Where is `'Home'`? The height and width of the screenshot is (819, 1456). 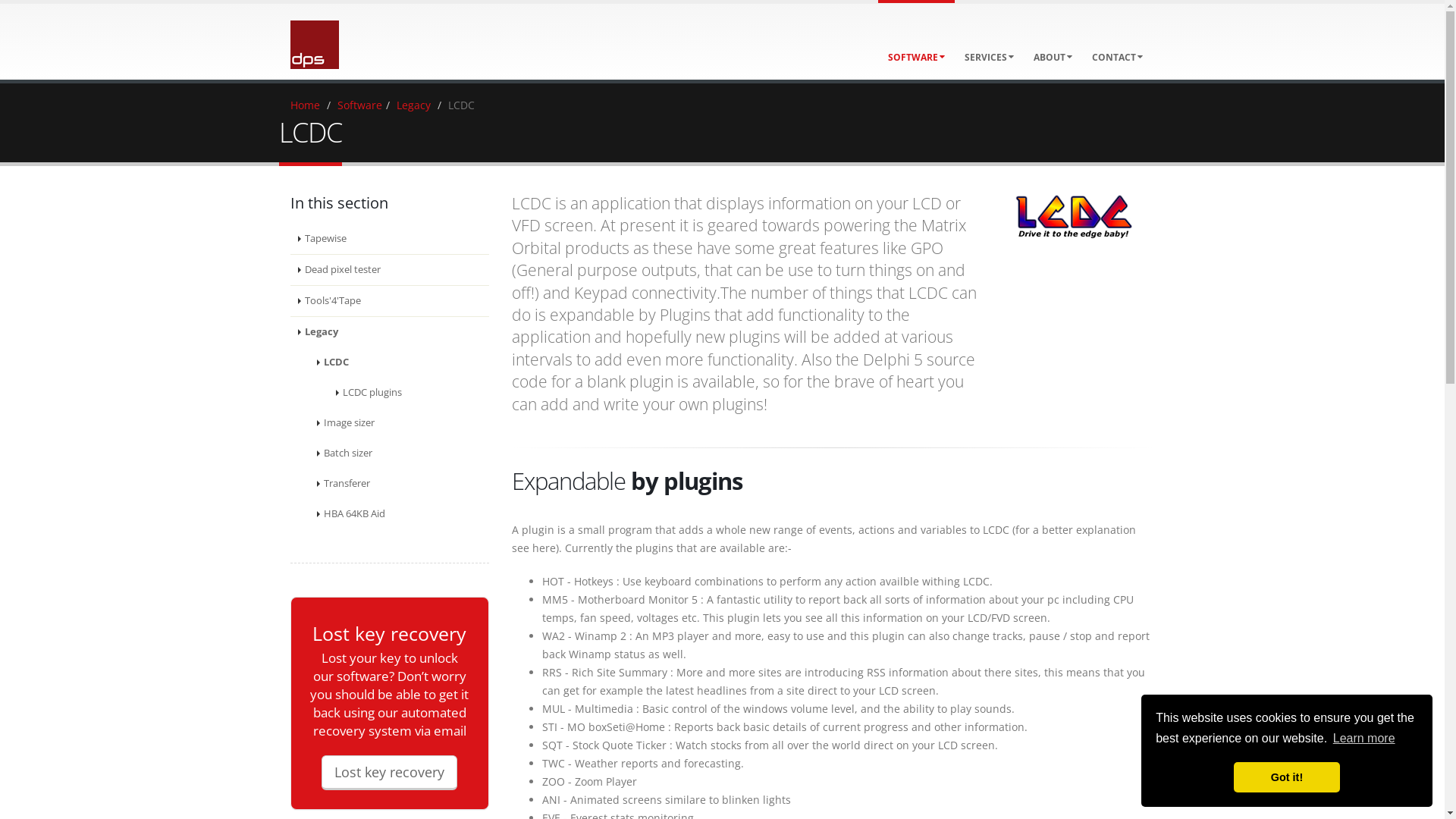
'Home' is located at coordinates (290, 104).